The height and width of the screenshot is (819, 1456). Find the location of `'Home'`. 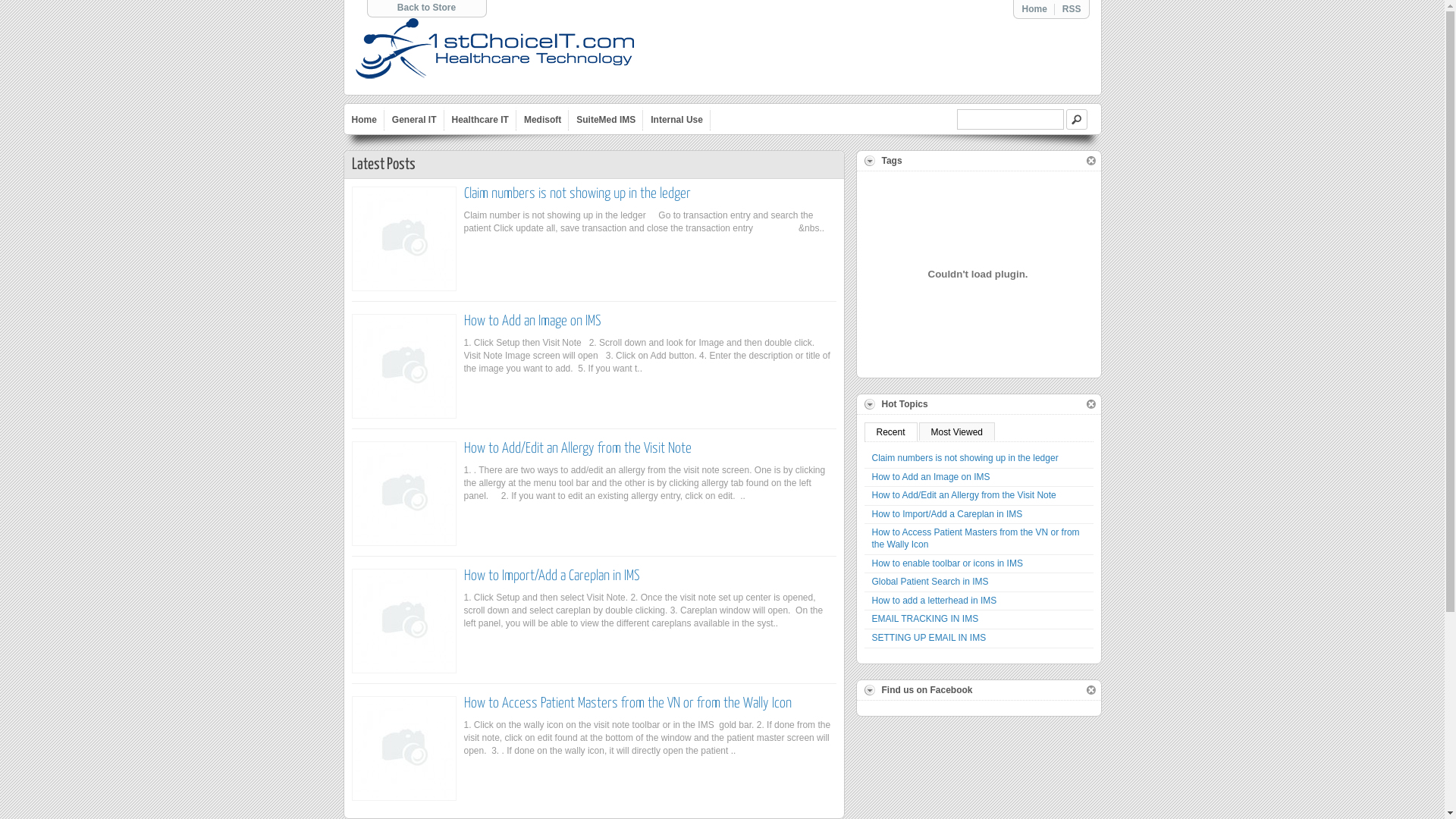

'Home' is located at coordinates (364, 118).